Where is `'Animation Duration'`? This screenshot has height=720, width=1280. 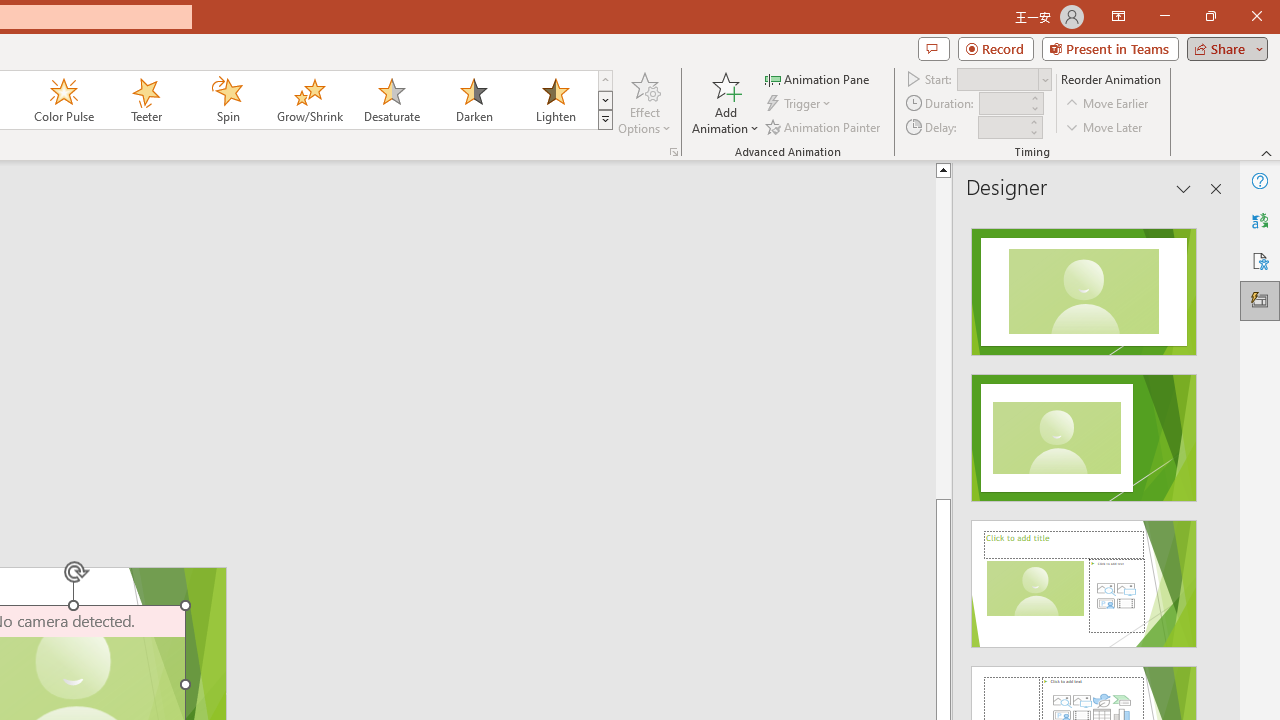
'Animation Duration' is located at coordinates (1003, 103).